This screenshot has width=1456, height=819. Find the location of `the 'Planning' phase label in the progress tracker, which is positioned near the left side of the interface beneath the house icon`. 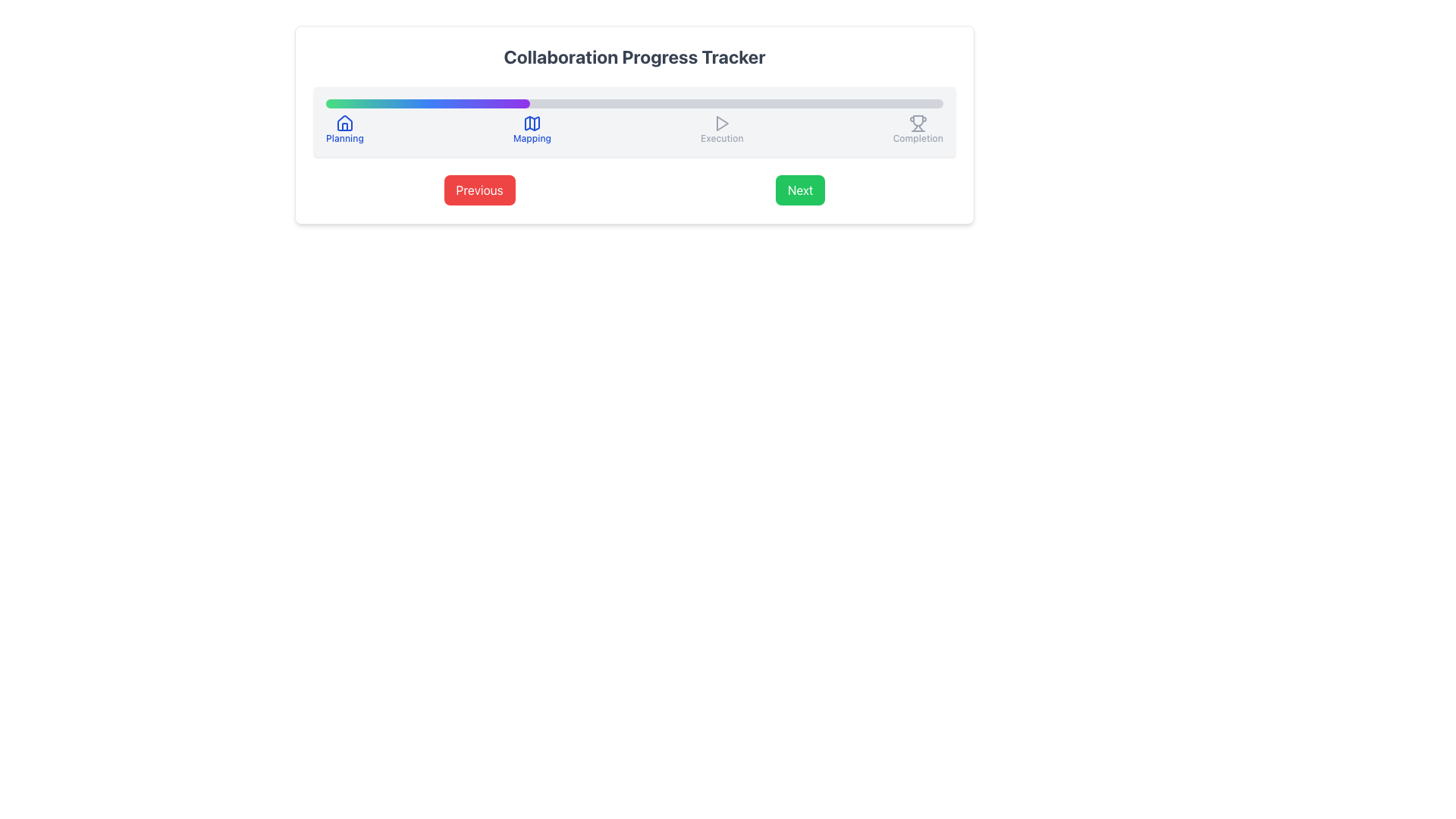

the 'Planning' phase label in the progress tracker, which is positioned near the left side of the interface beneath the house icon is located at coordinates (344, 138).